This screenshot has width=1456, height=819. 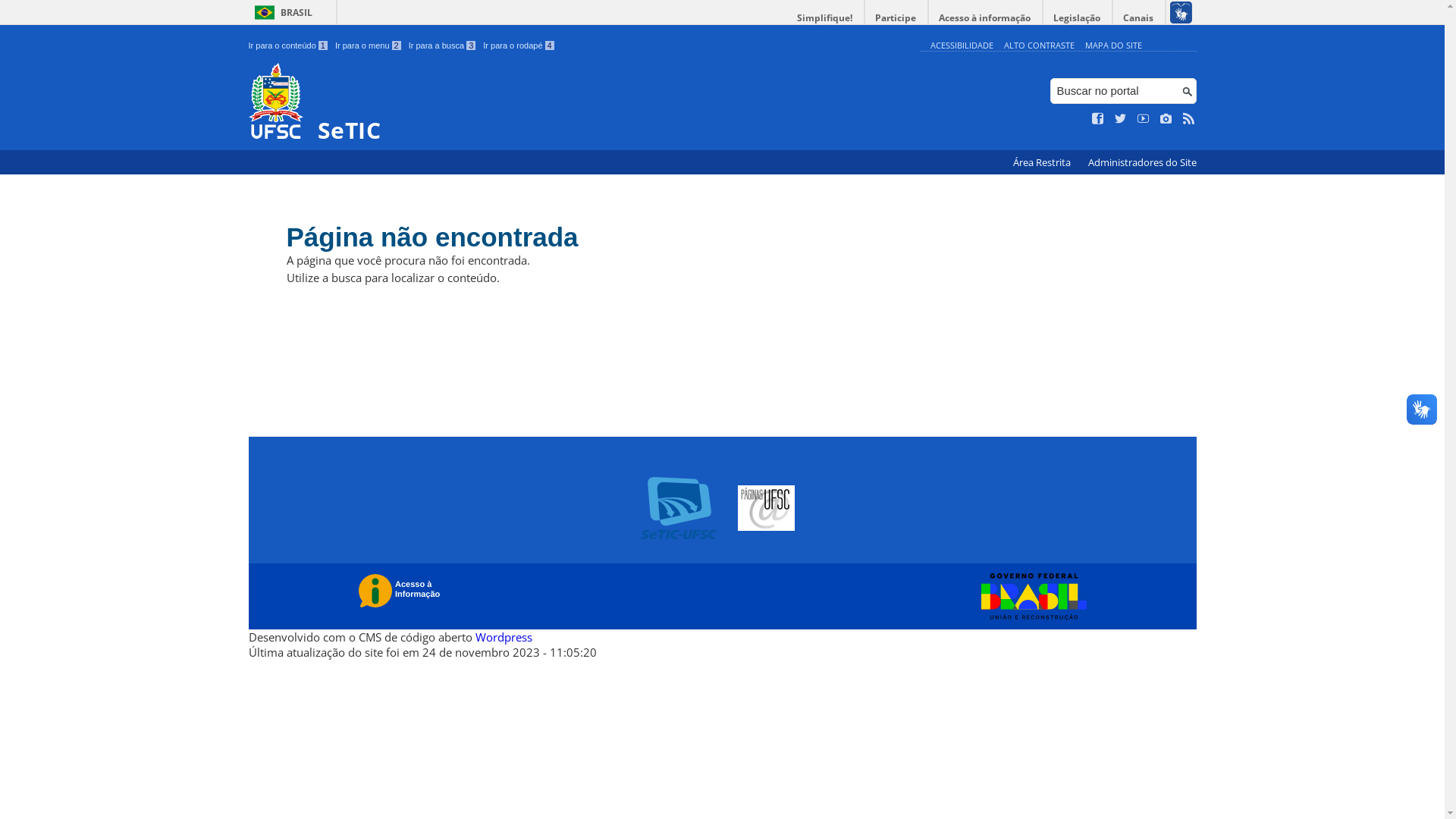 I want to click on 'Curta no Facebook', so click(x=1098, y=118).